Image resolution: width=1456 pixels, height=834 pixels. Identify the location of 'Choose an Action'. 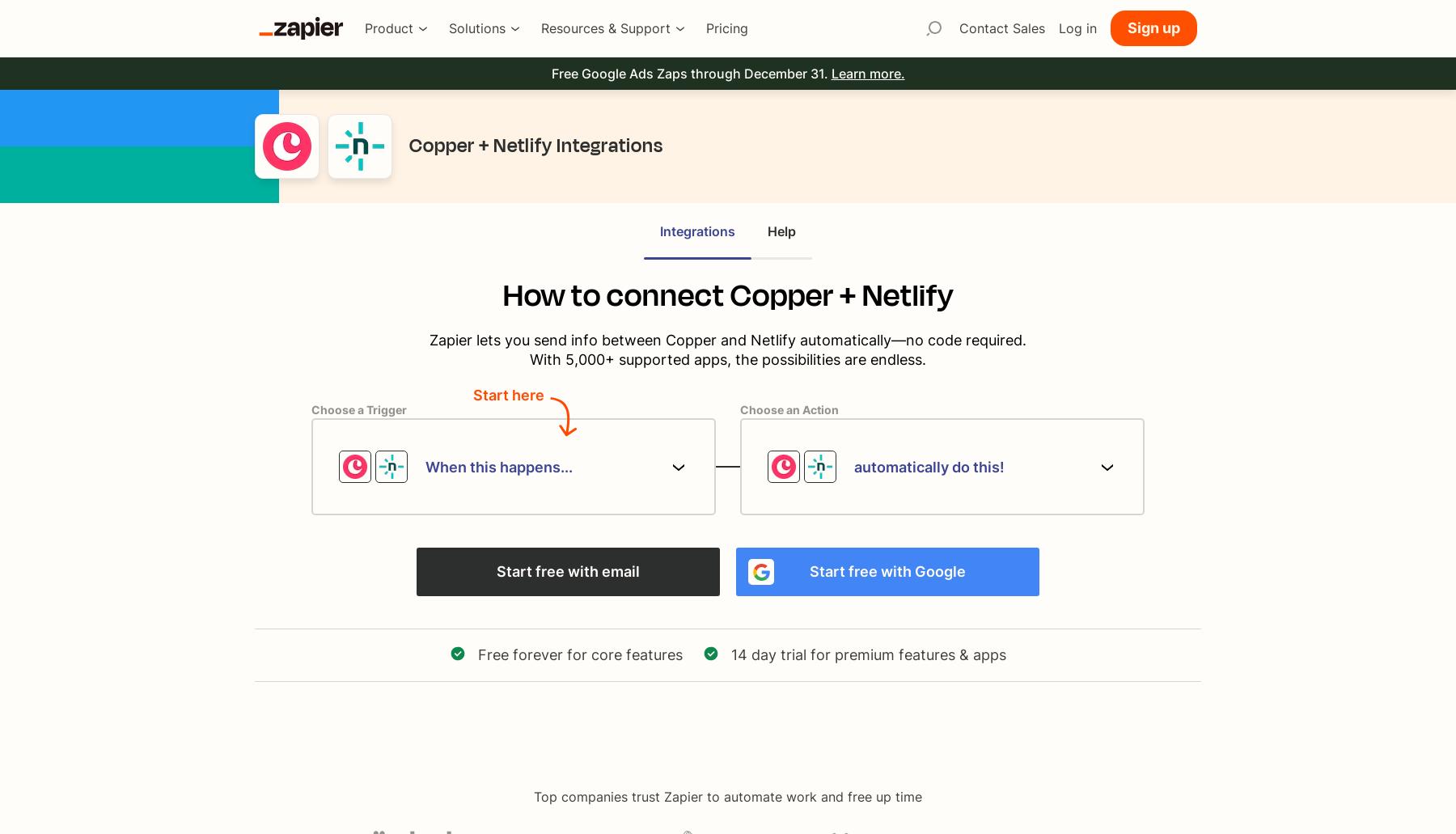
(788, 409).